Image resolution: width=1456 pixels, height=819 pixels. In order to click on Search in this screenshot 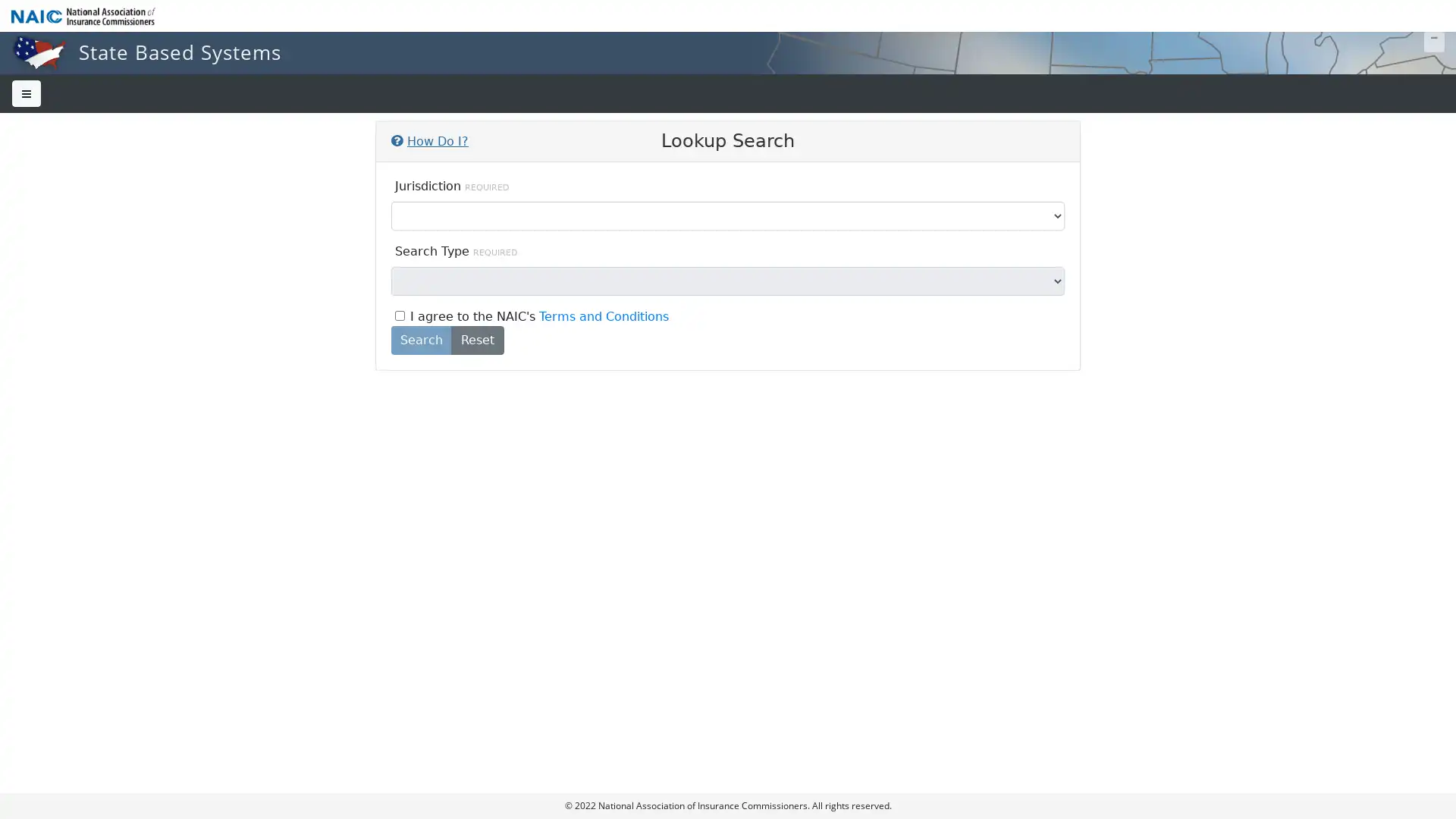, I will do `click(422, 338)`.